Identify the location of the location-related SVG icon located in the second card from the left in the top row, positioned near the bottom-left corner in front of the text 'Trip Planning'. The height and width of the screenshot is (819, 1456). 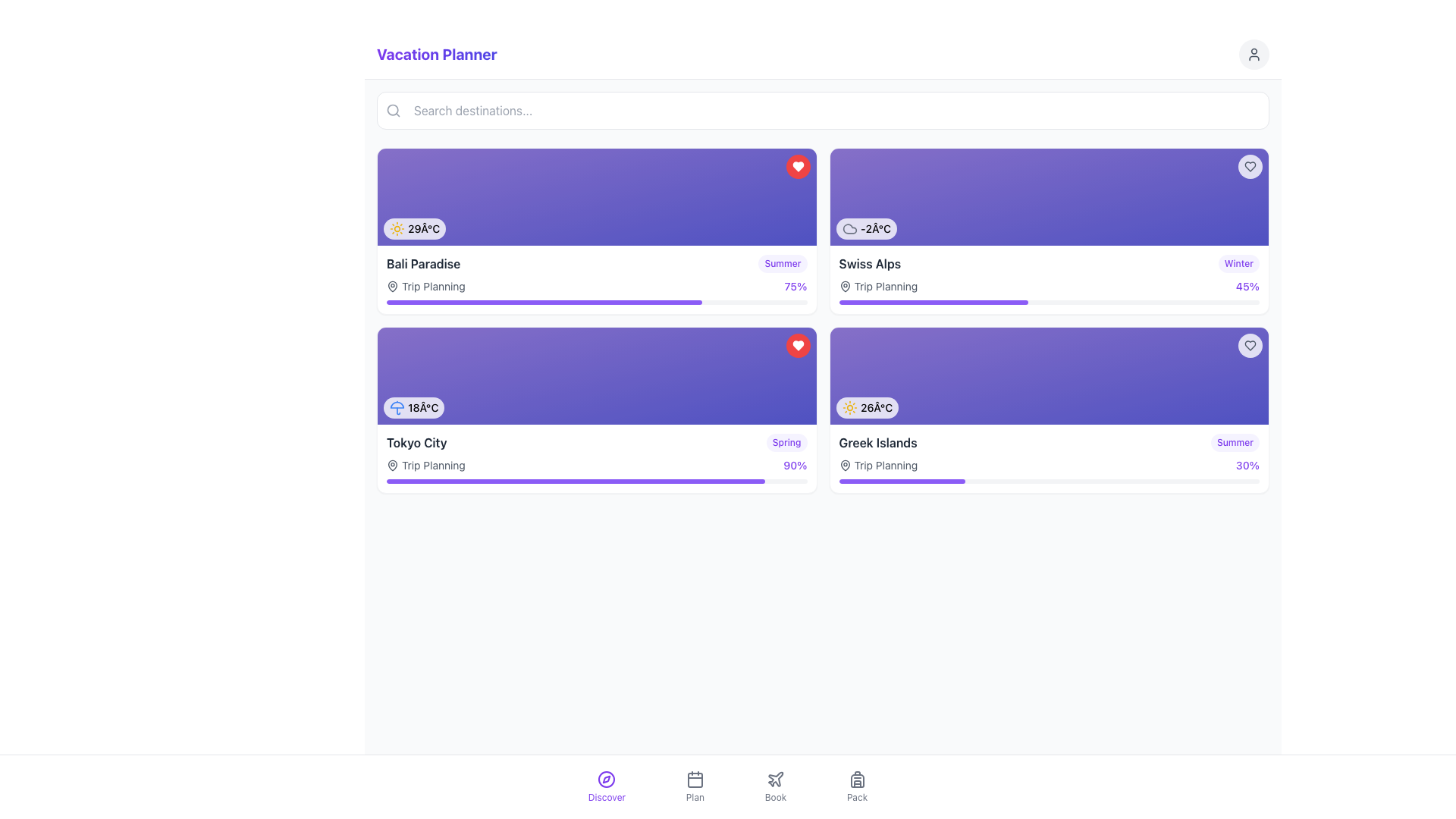
(844, 287).